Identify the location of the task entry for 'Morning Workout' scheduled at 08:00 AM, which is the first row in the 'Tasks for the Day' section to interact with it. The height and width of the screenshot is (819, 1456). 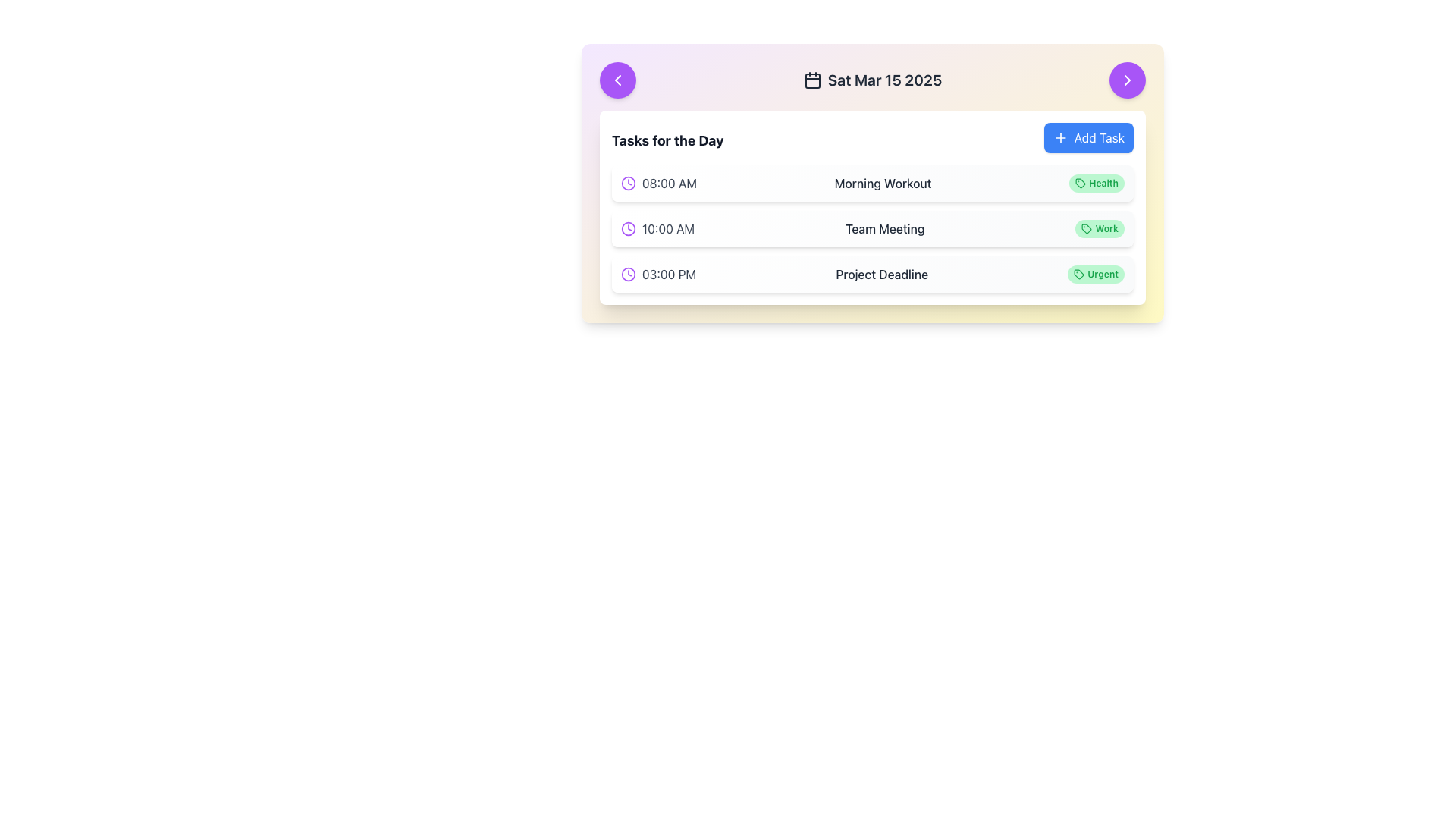
(873, 183).